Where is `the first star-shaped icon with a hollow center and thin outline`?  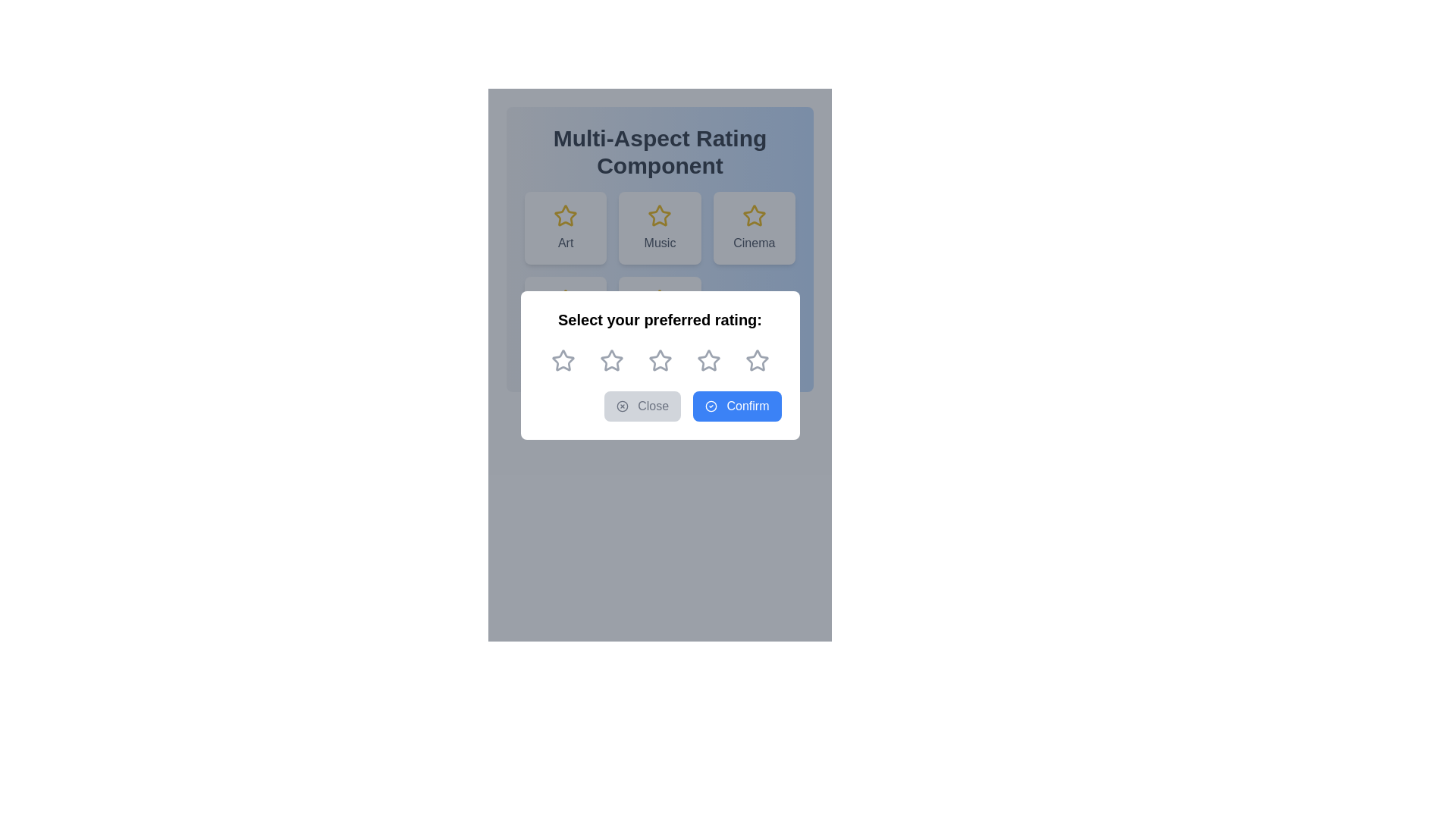 the first star-shaped icon with a hollow center and thin outline is located at coordinates (611, 359).